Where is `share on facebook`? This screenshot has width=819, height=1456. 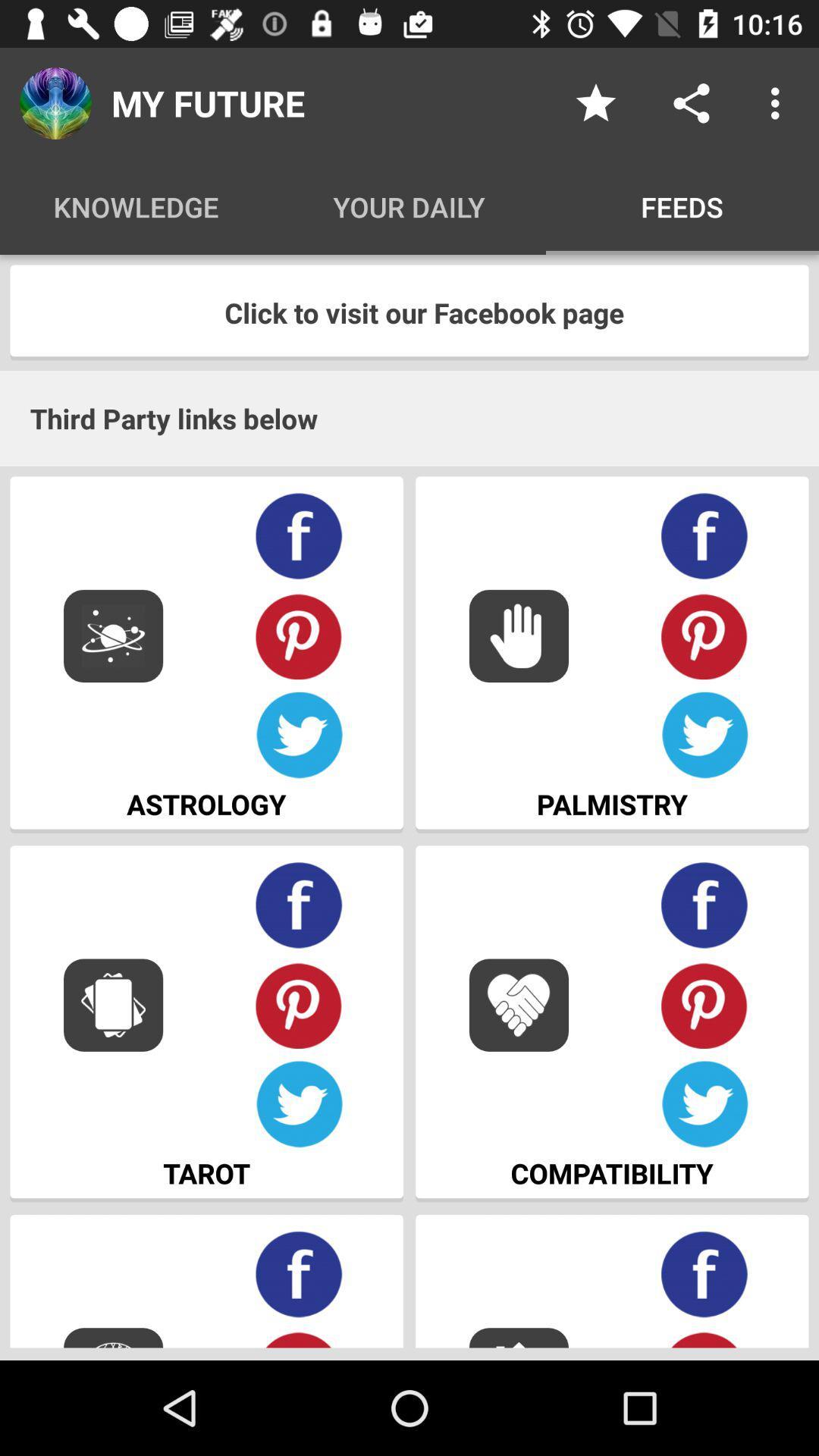
share on facebook is located at coordinates (704, 1274).